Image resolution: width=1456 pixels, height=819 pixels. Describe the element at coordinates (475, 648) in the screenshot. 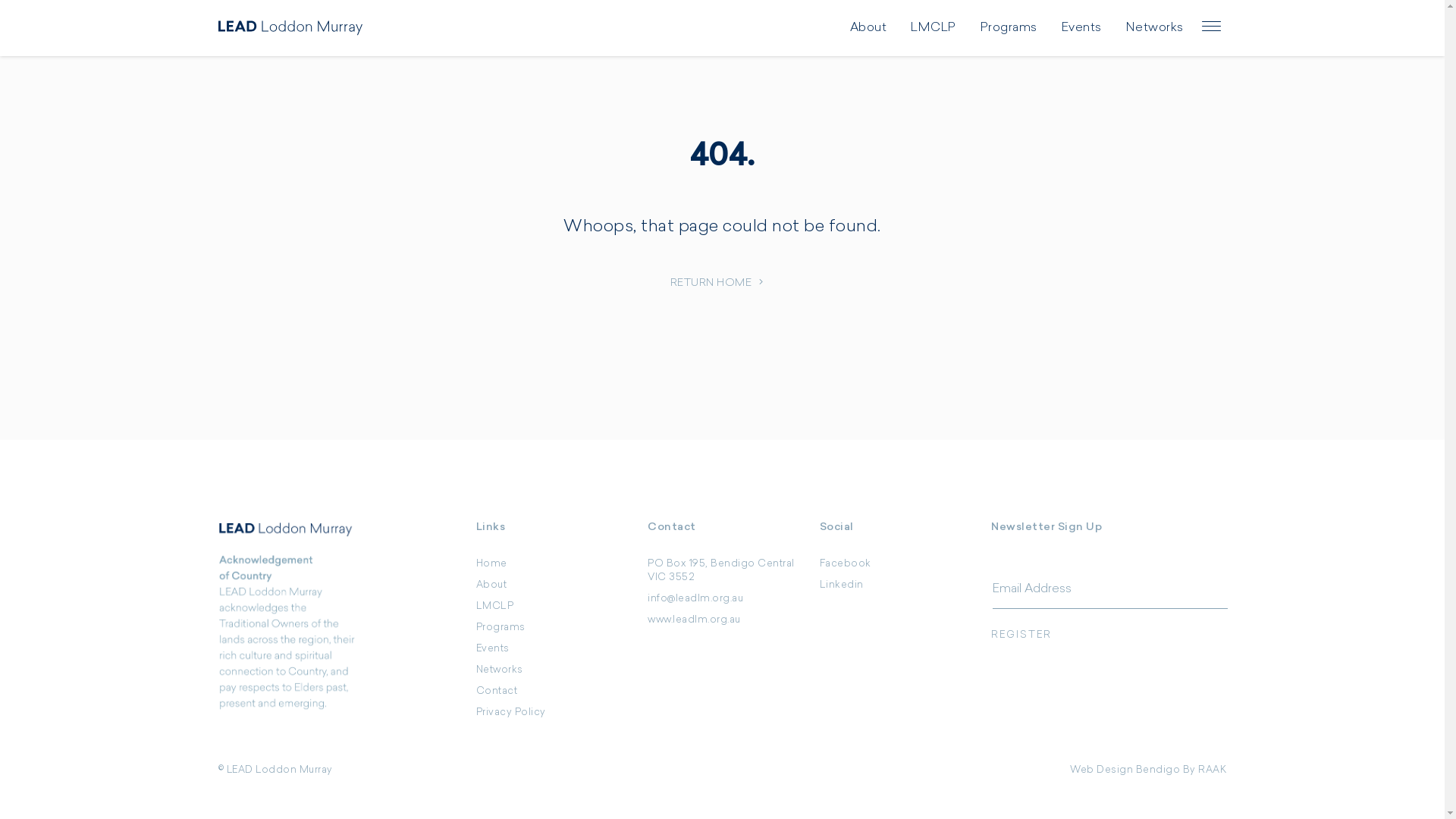

I see `'Events'` at that location.